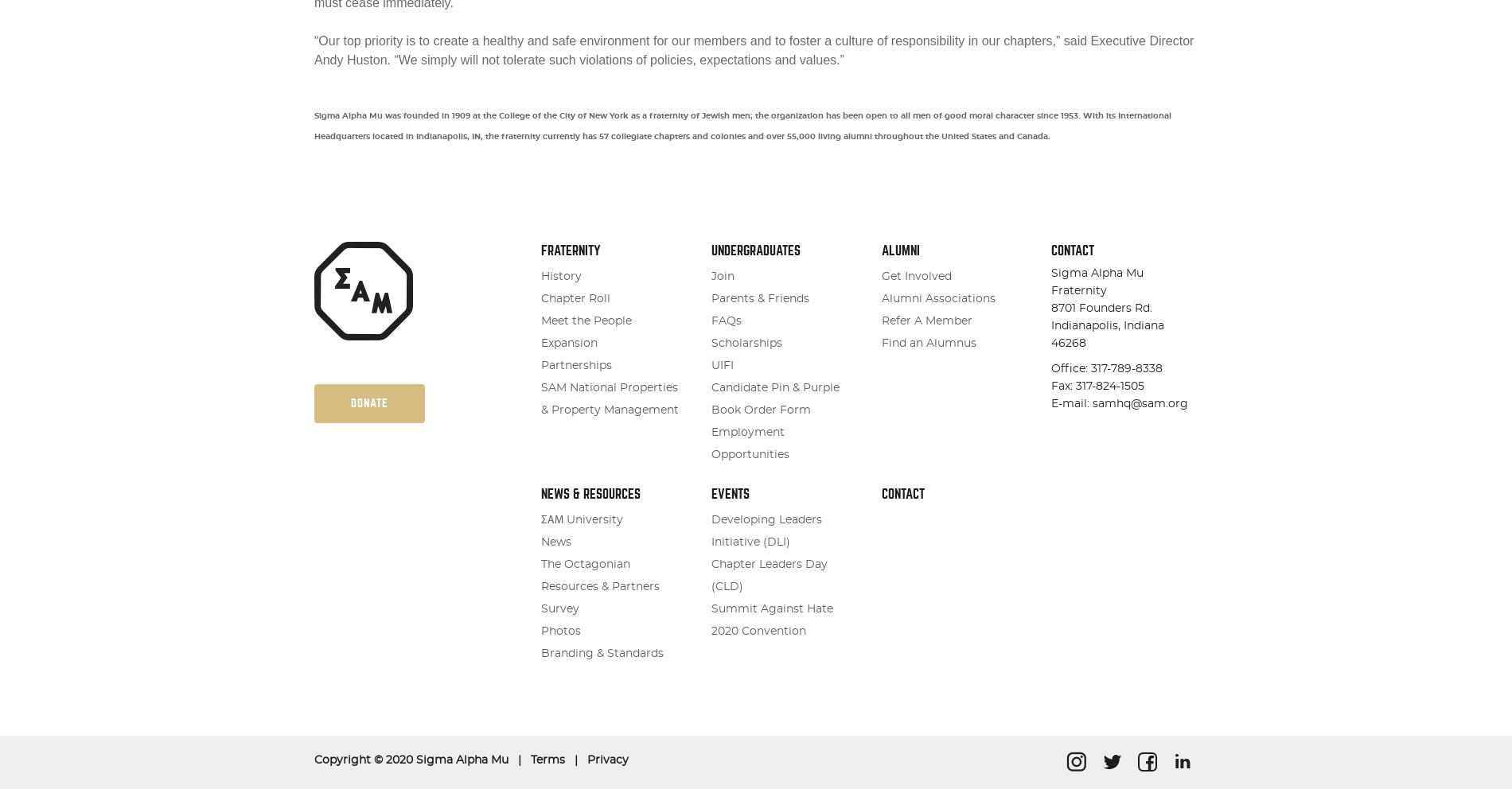 This screenshot has width=1512, height=789. What do you see at coordinates (742, 126) in the screenshot?
I see `'Sigma Alpha Mu was founded in 1909 at the College of the City of New York as a fraternity of Jewish men; the organization has been open to all men of good moral character since 1953. With its International Headquarters located in Indianapolis, IN, the fraternity currently has 57 collegiate chapters and colonies and over 55,000 living alumni throughout the United States and Canada.'` at bounding box center [742, 126].